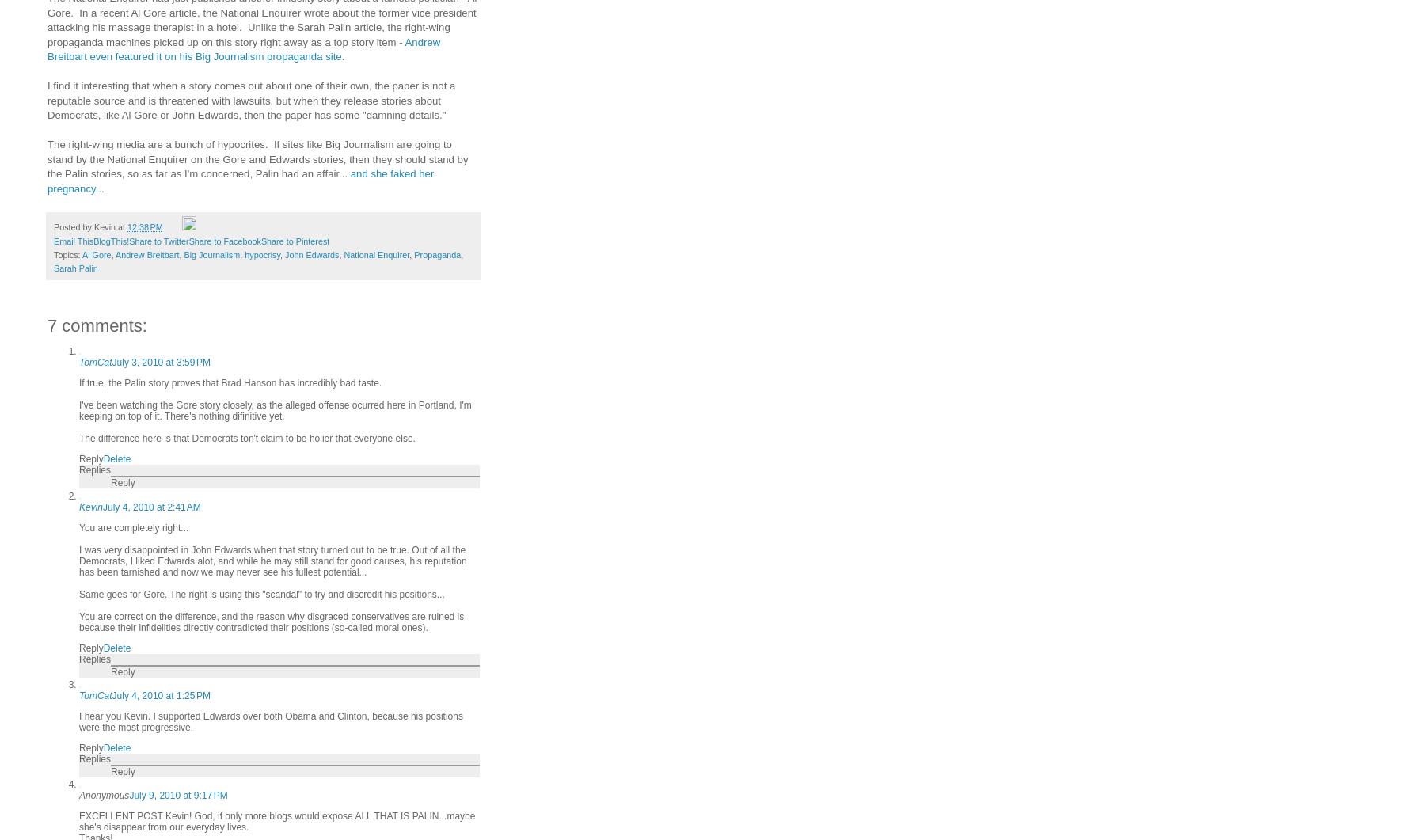 The height and width of the screenshot is (840, 1414). I want to click on 'Anonymous', so click(79, 794).